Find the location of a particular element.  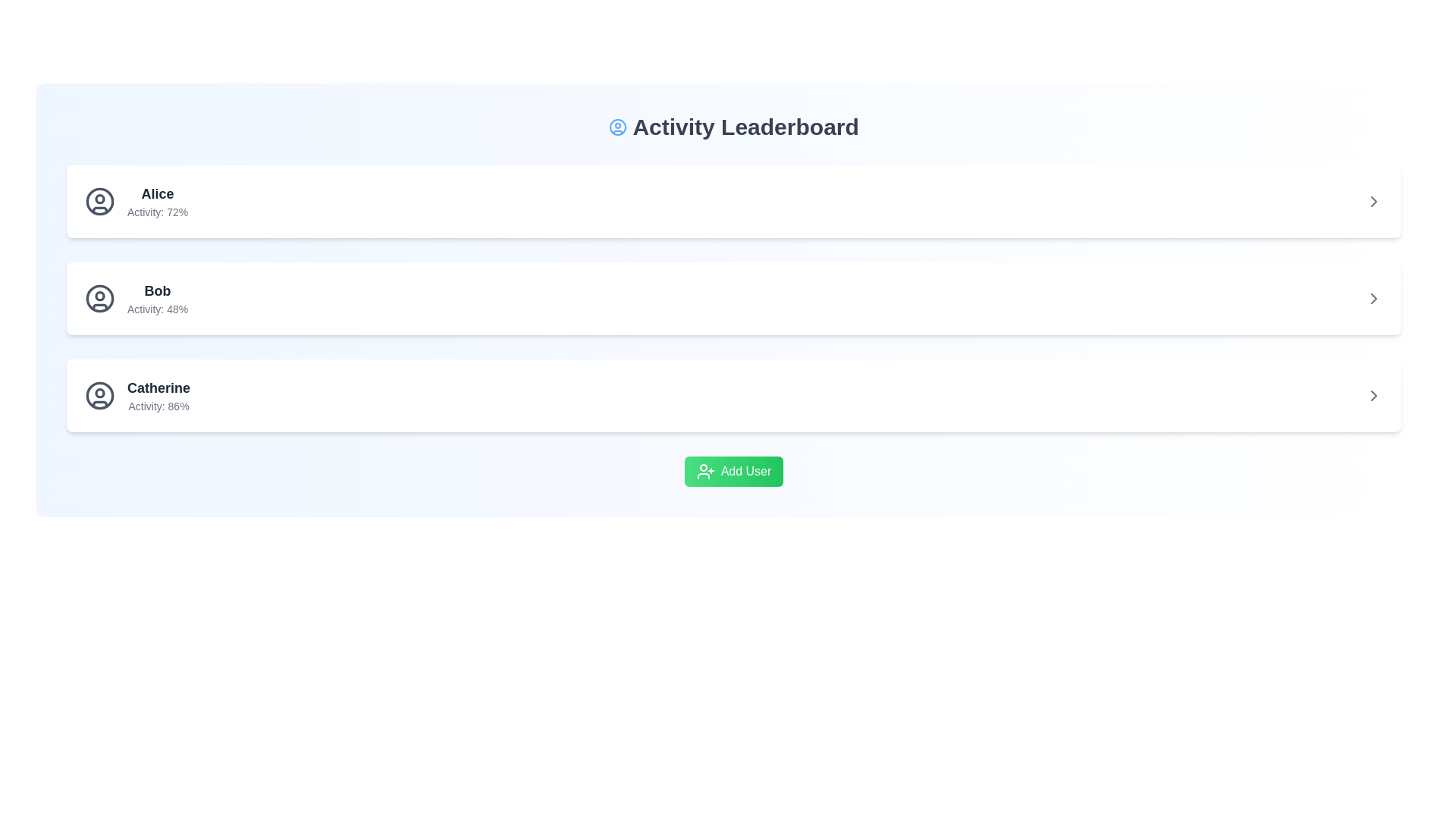

the user icon with a '+' sign within the 'Add User' button, located at the bottom center of the interface is located at coordinates (704, 470).